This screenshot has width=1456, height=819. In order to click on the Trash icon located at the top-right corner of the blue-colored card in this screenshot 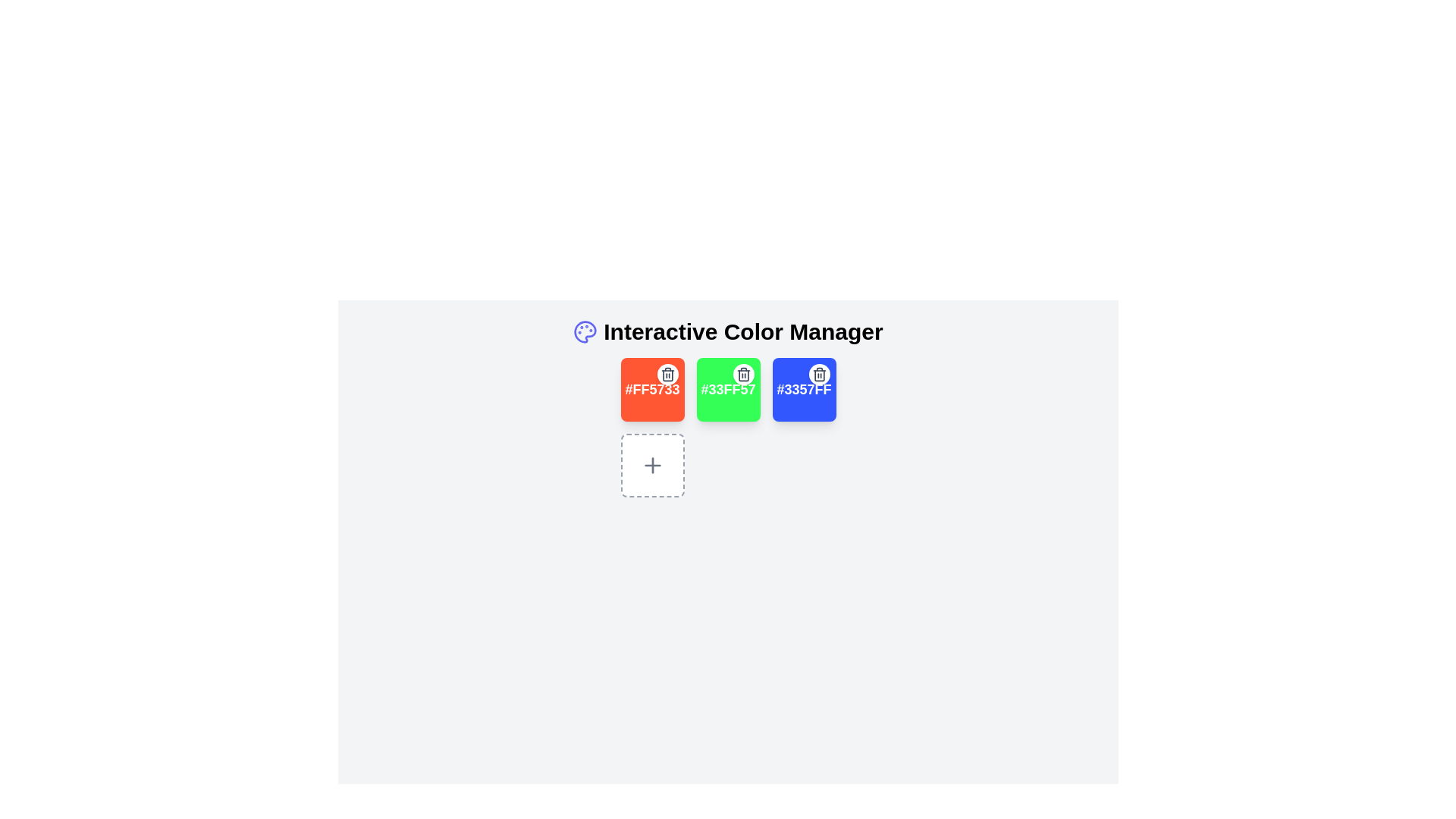, I will do `click(818, 374)`.